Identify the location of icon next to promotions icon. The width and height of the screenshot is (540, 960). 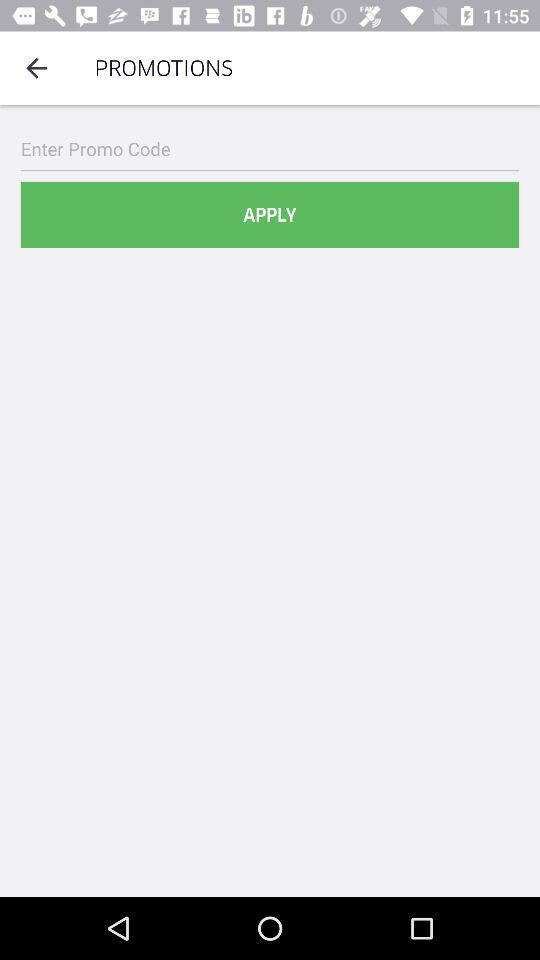
(36, 68).